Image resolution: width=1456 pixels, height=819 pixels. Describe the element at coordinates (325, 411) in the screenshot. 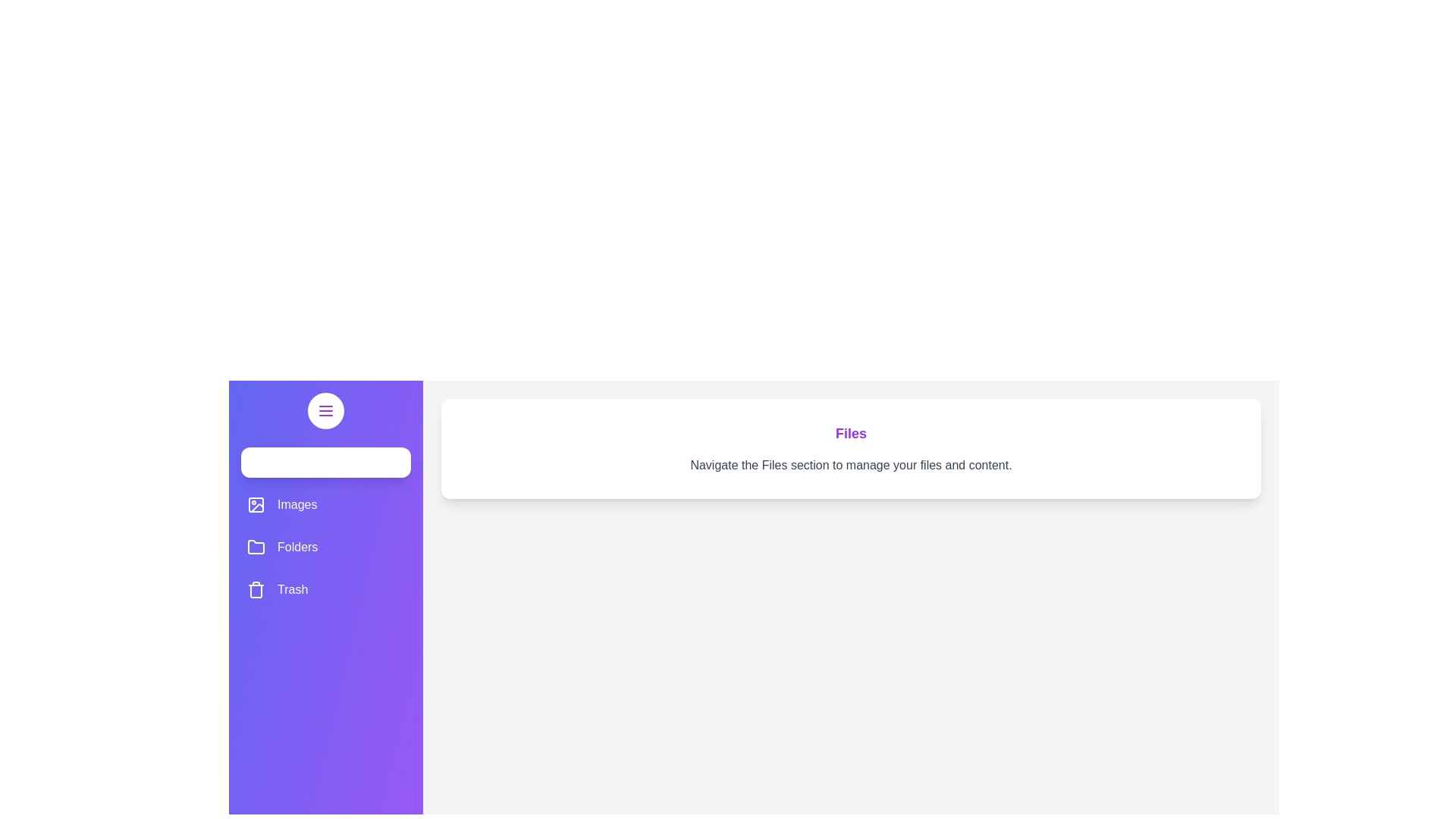

I see `menu button to toggle the drawer's open/closed state` at that location.